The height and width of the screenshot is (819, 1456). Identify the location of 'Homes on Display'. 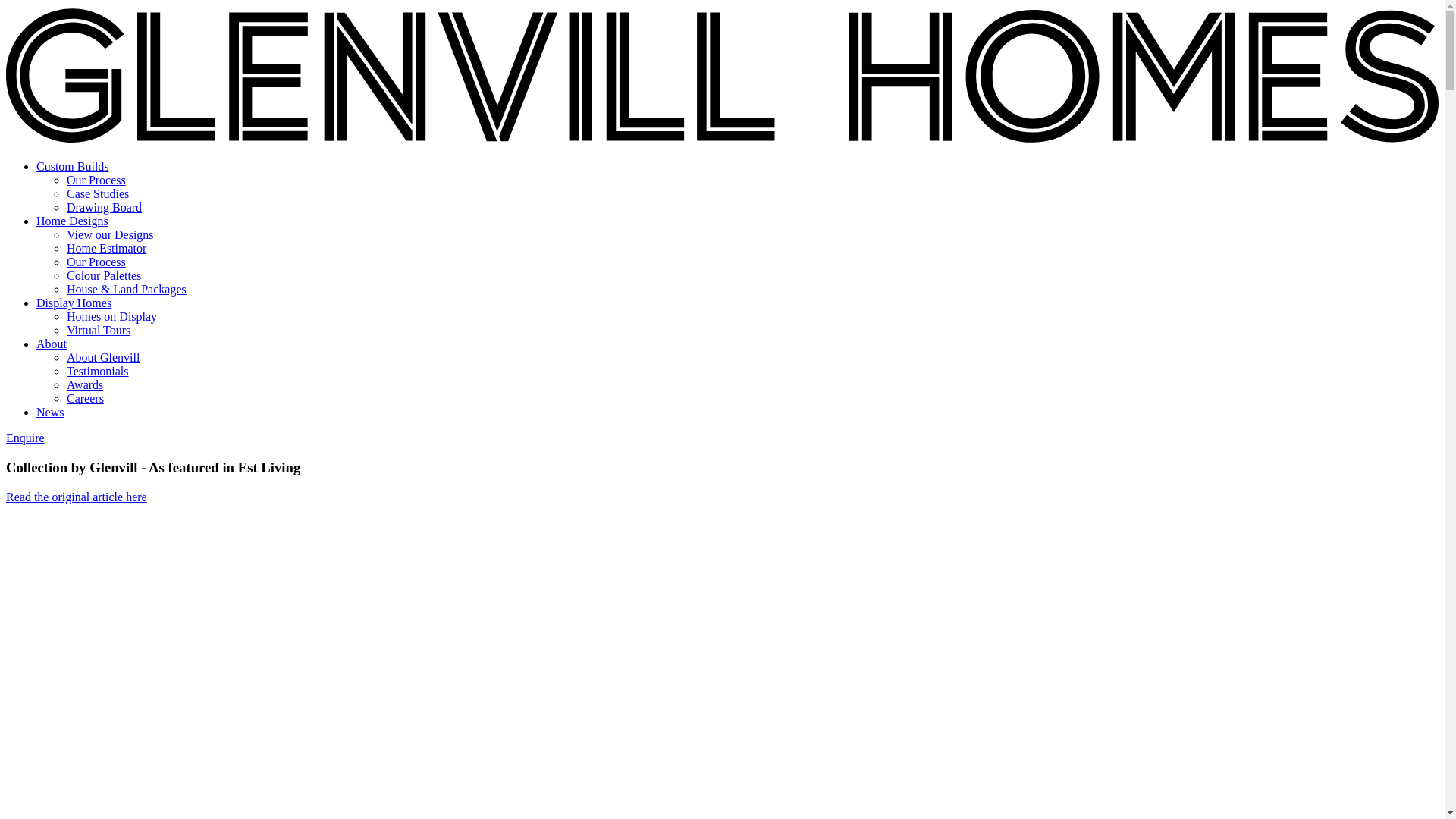
(111, 315).